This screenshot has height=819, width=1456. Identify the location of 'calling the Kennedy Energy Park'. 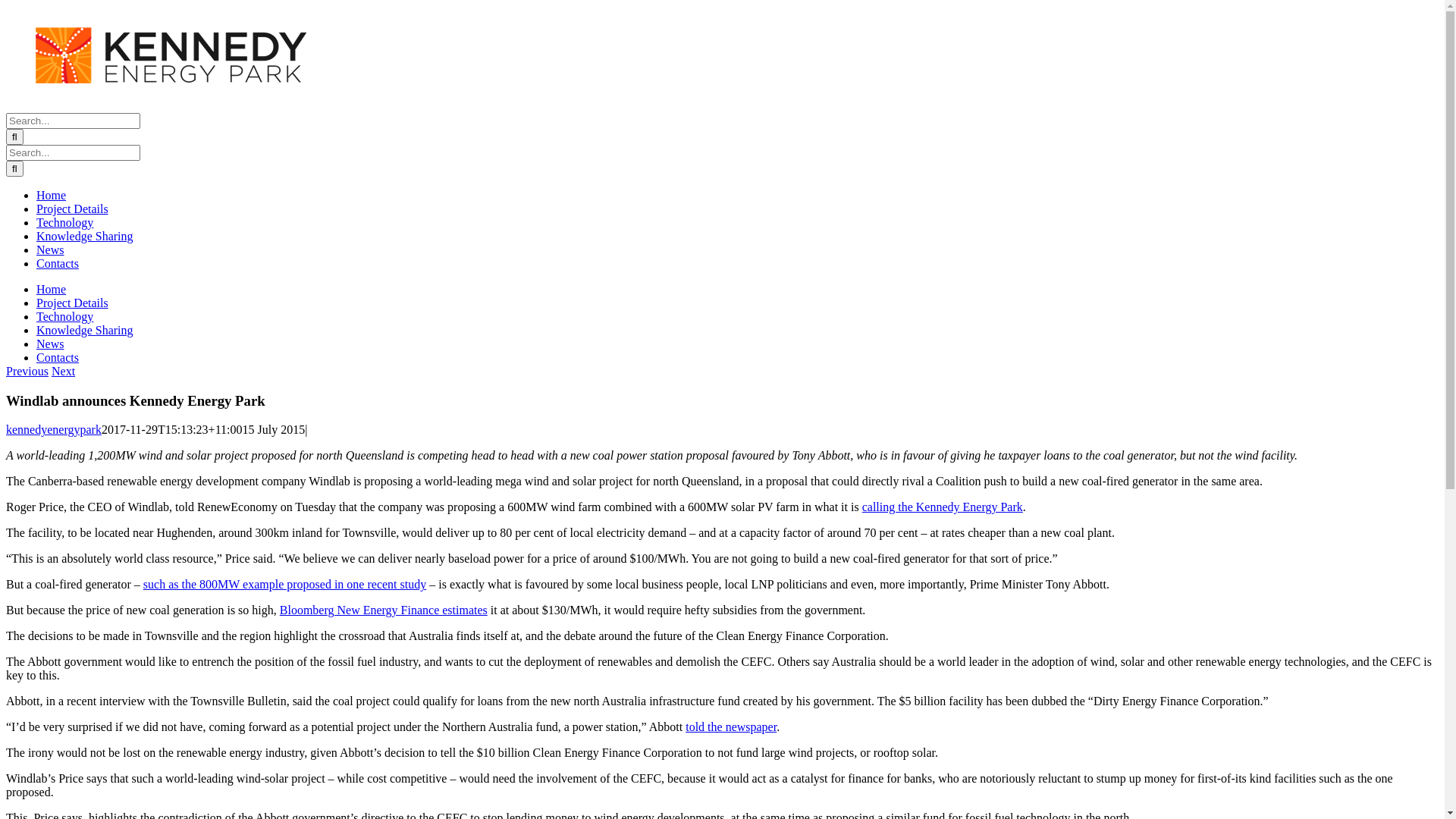
(942, 507).